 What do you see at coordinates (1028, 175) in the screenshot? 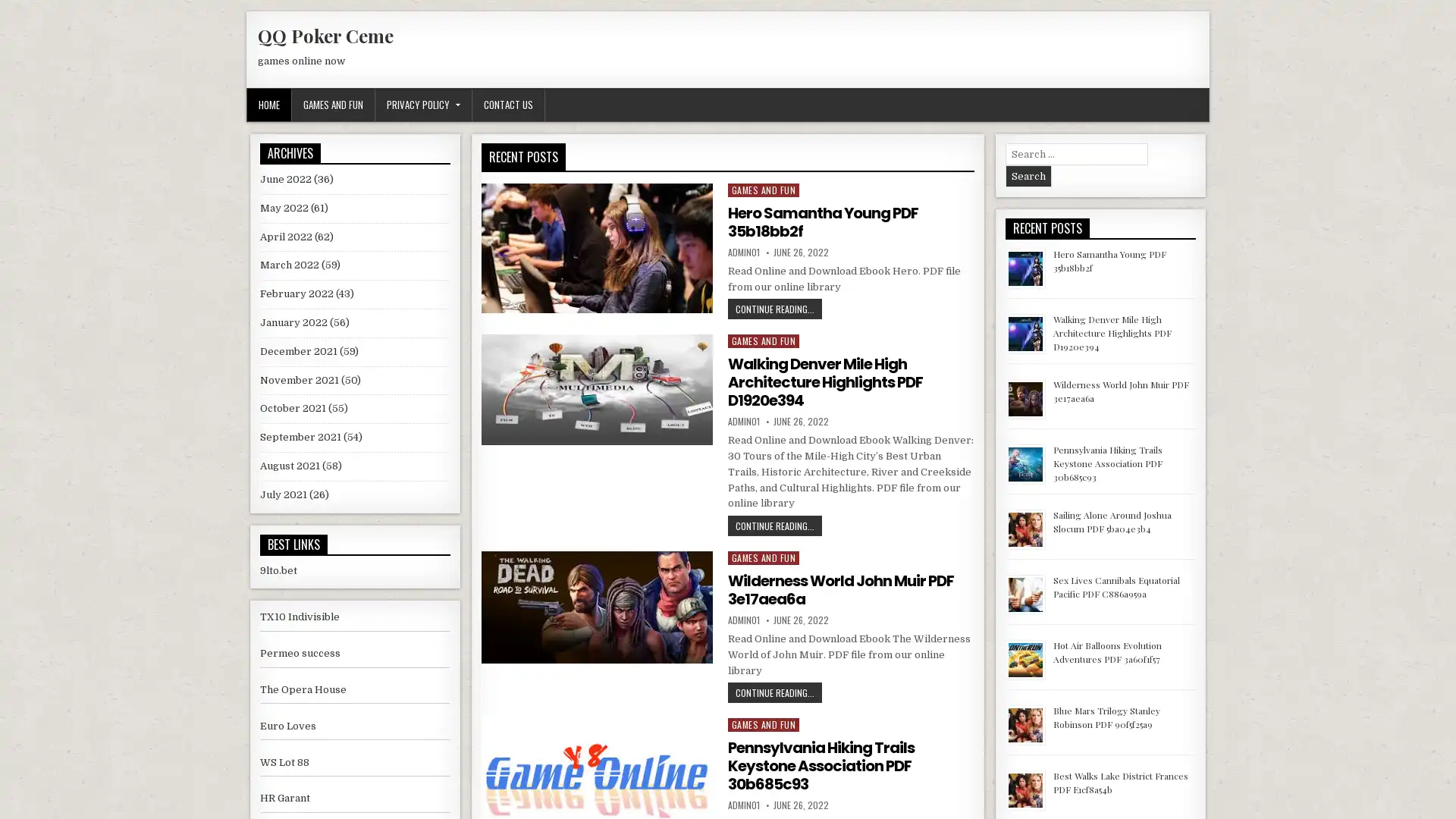
I see `Search` at bounding box center [1028, 175].